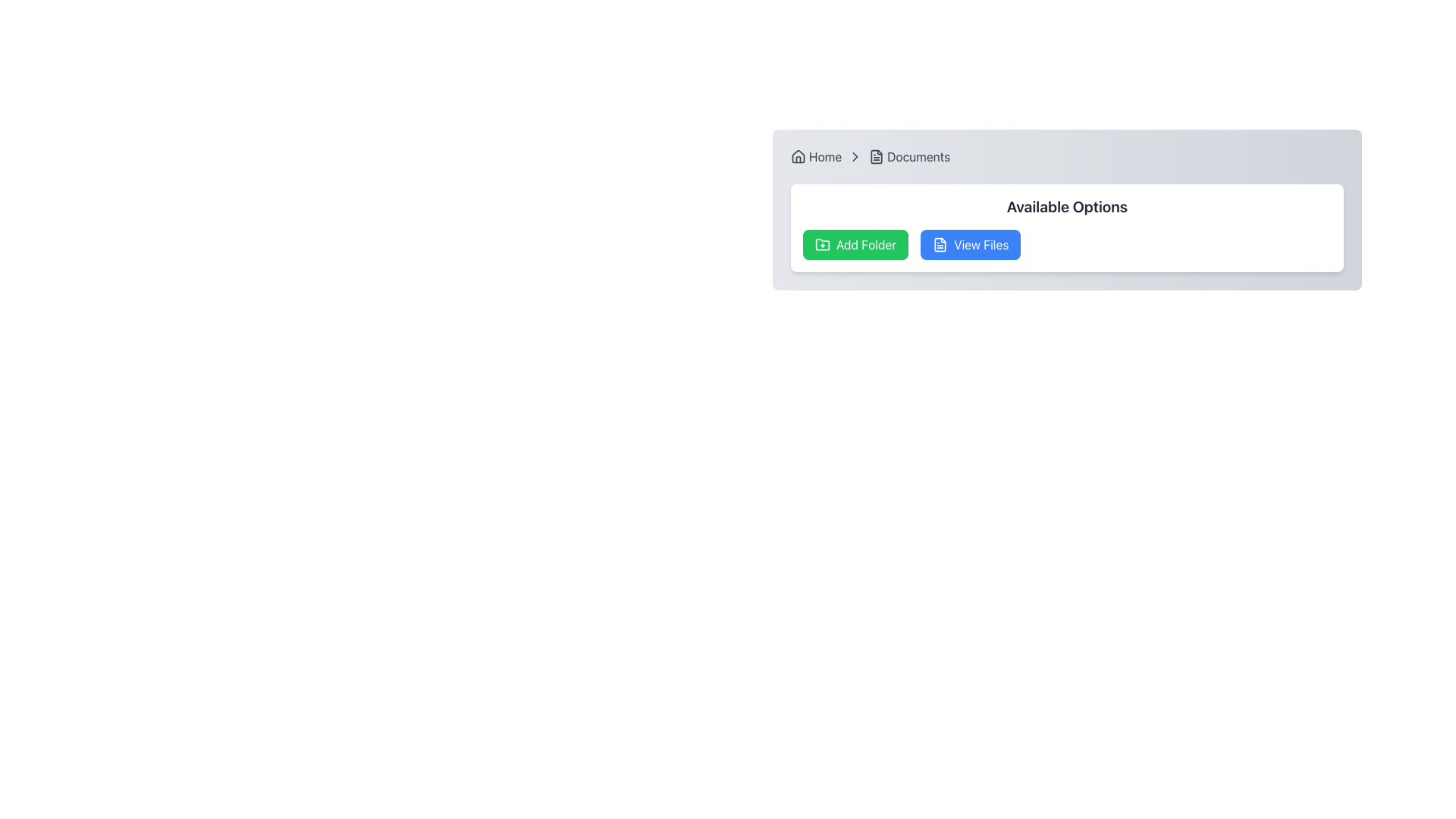  What do you see at coordinates (855, 244) in the screenshot?
I see `the 'Add Folder' button located in the 'Available Options' section, which is the first button from the left, to initiate the folder creation process` at bounding box center [855, 244].